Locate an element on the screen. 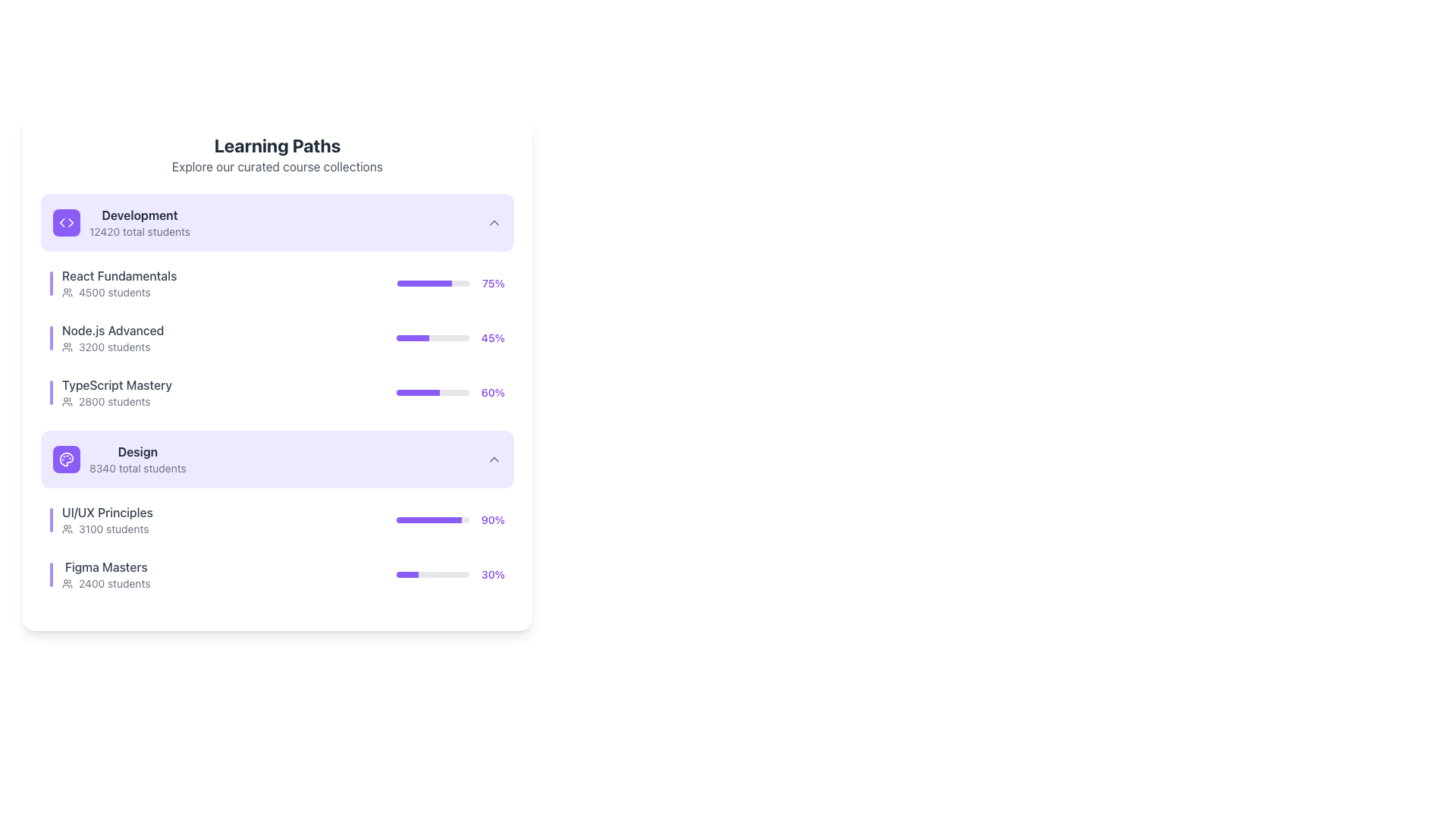 The width and height of the screenshot is (1456, 819). the first list item under the Development category is located at coordinates (112, 284).